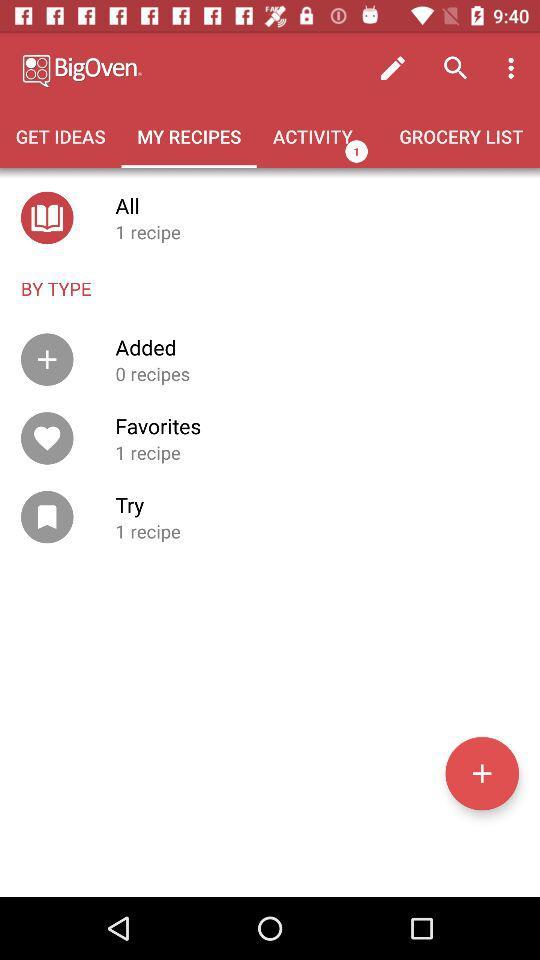 This screenshot has width=540, height=960. I want to click on more details, so click(481, 772).